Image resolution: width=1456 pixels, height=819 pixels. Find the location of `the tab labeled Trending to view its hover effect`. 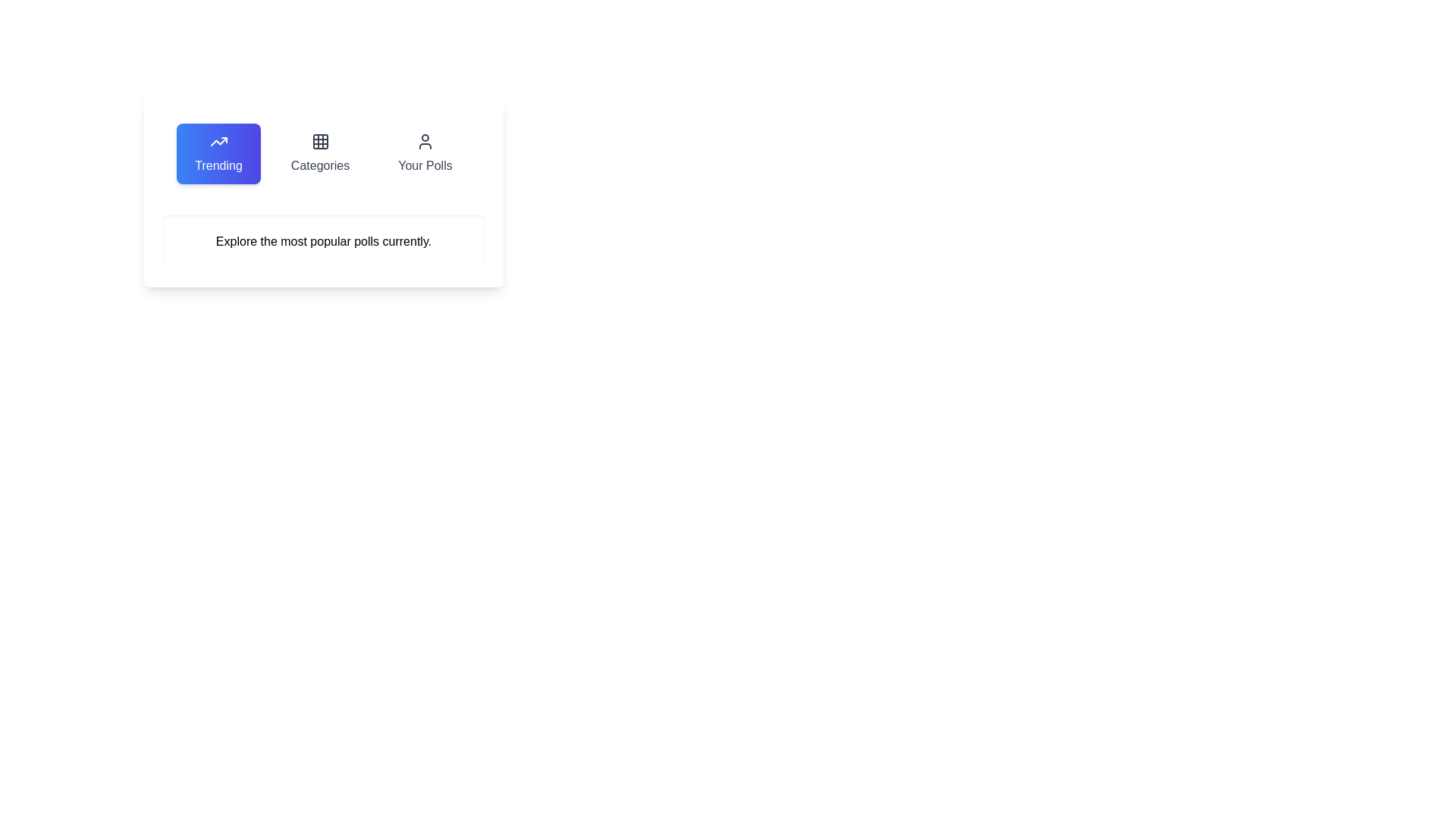

the tab labeled Trending to view its hover effect is located at coordinates (218, 154).